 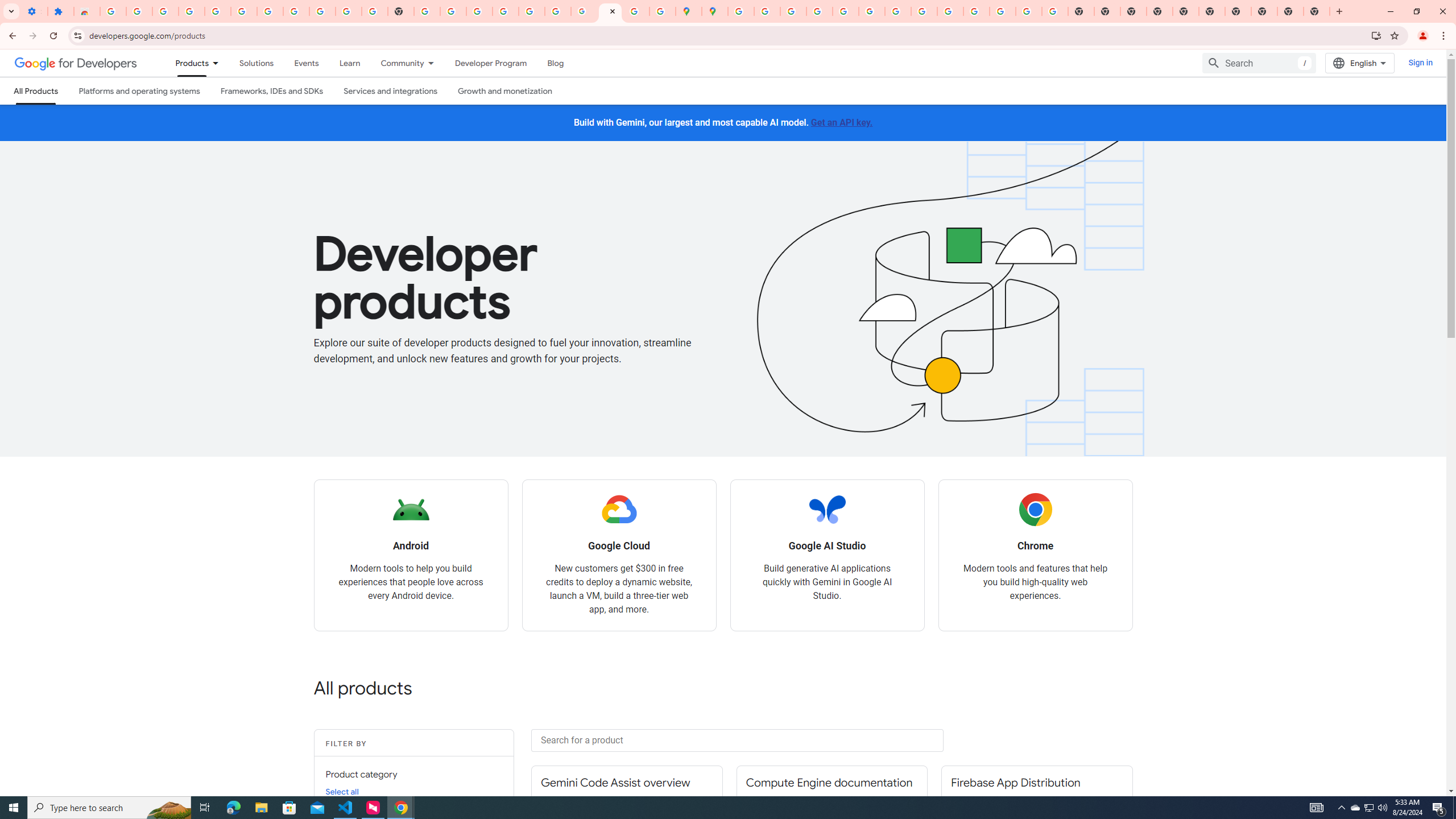 I want to click on 'English', so click(x=1359, y=63).